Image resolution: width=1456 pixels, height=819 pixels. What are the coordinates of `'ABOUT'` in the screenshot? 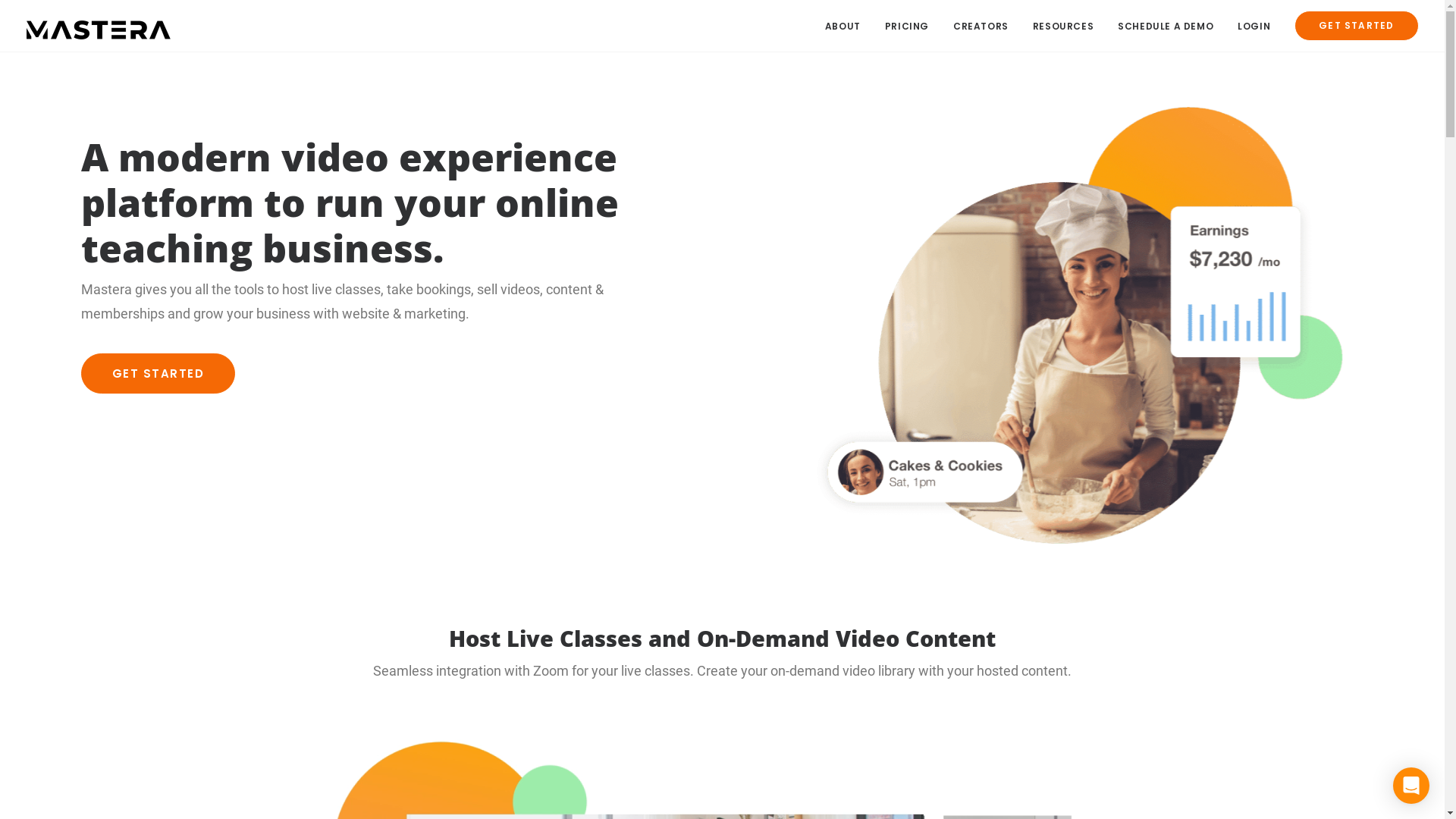 It's located at (824, 26).